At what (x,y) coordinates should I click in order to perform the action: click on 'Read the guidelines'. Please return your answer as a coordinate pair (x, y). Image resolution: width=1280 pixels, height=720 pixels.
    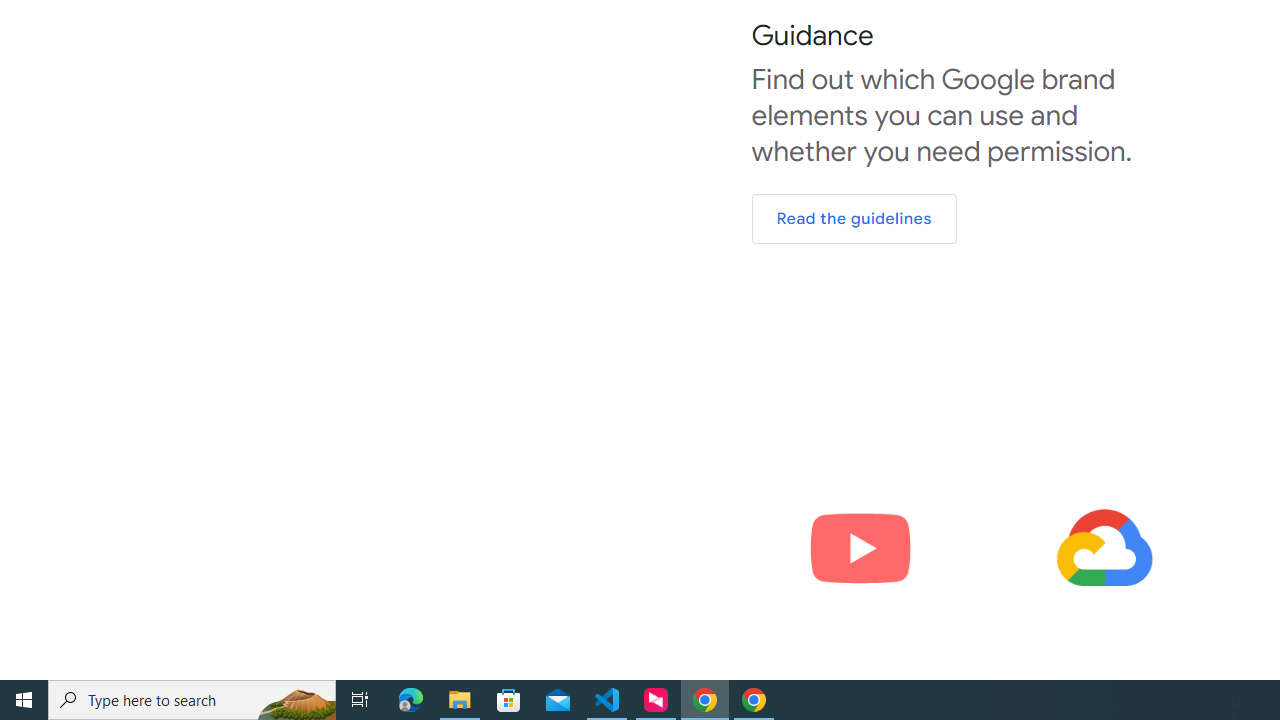
    Looking at the image, I should click on (854, 219).